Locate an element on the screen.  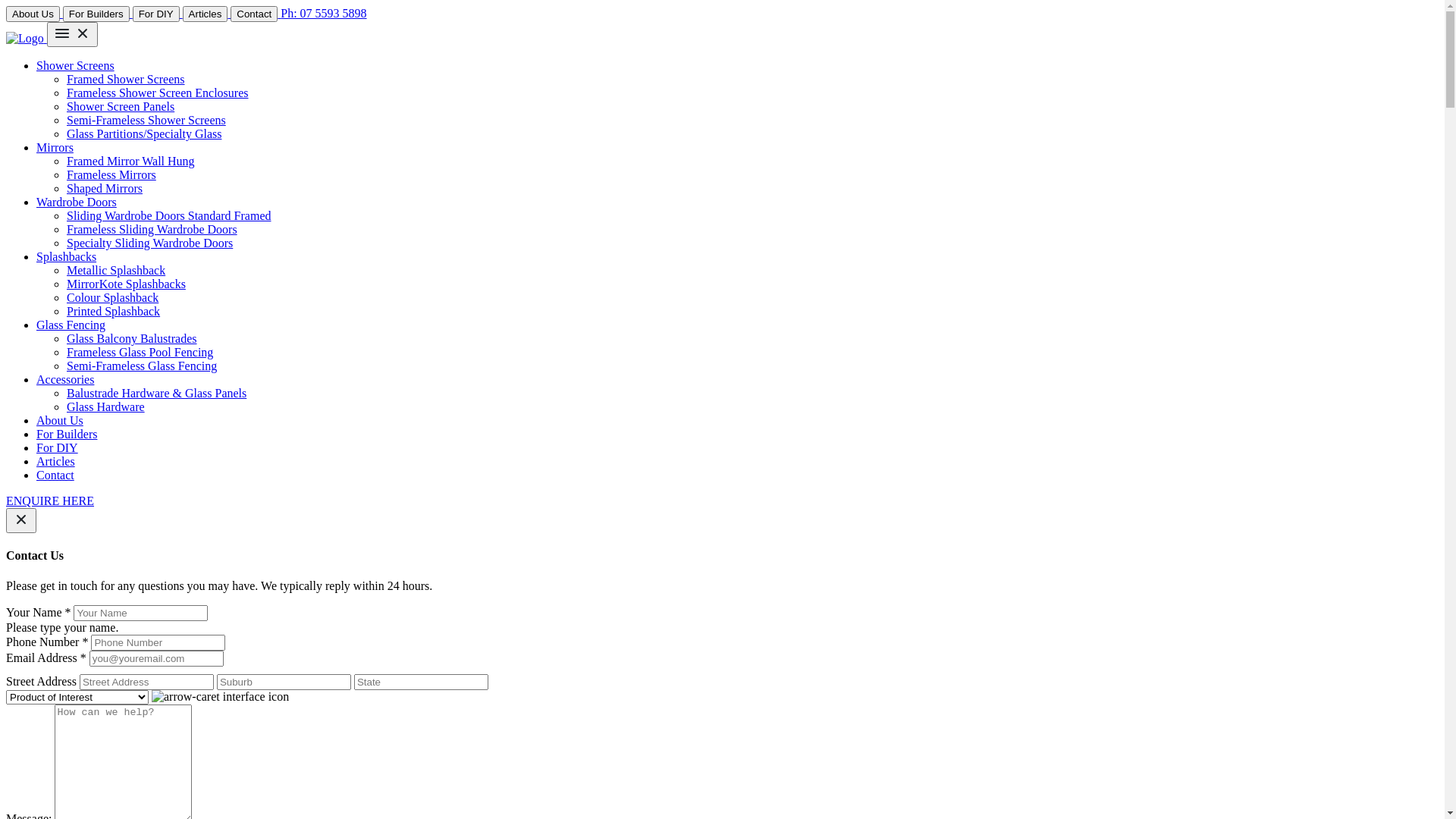
'Metallic Splashback' is located at coordinates (115, 269).